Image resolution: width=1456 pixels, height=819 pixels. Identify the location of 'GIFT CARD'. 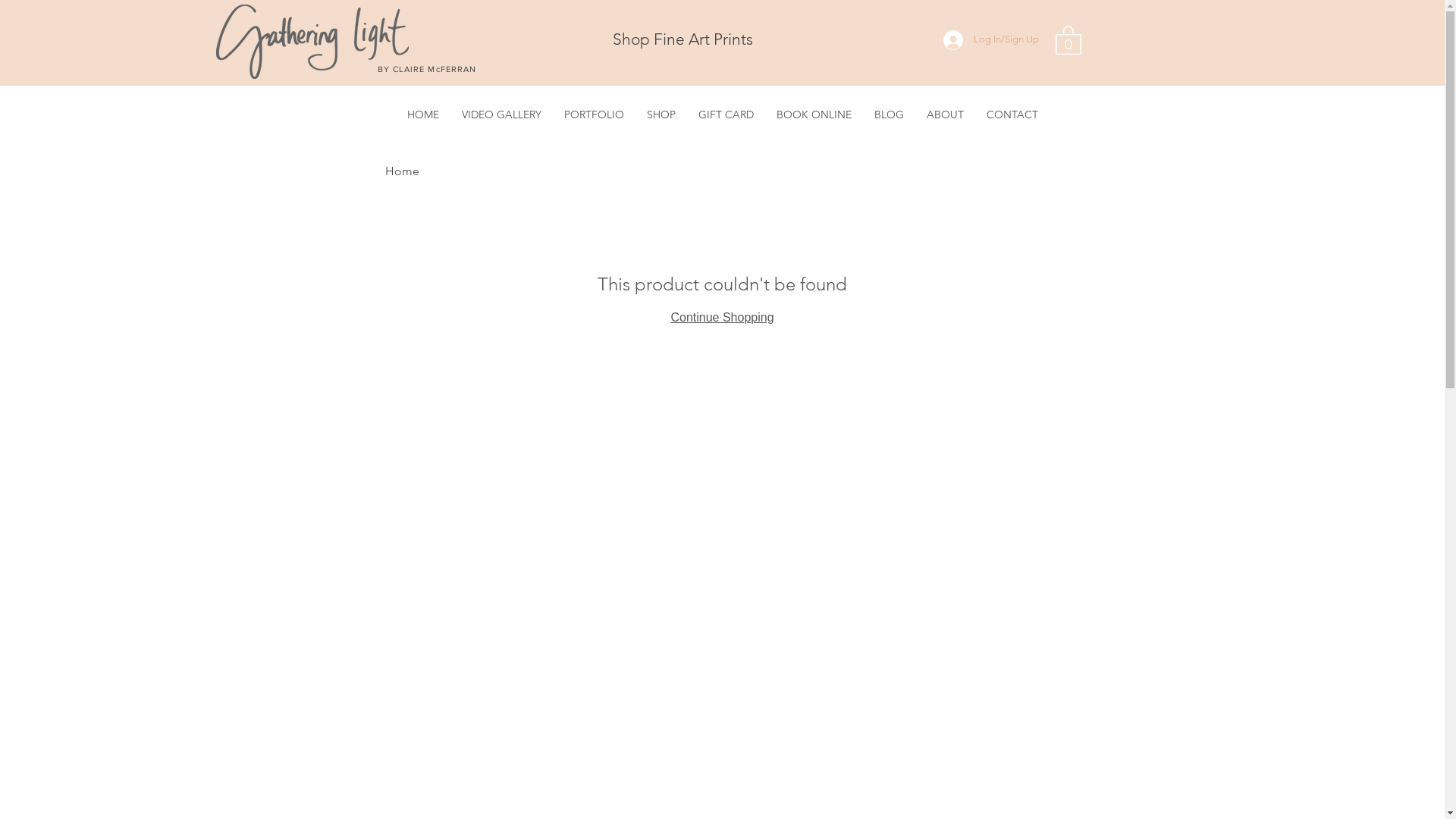
(725, 113).